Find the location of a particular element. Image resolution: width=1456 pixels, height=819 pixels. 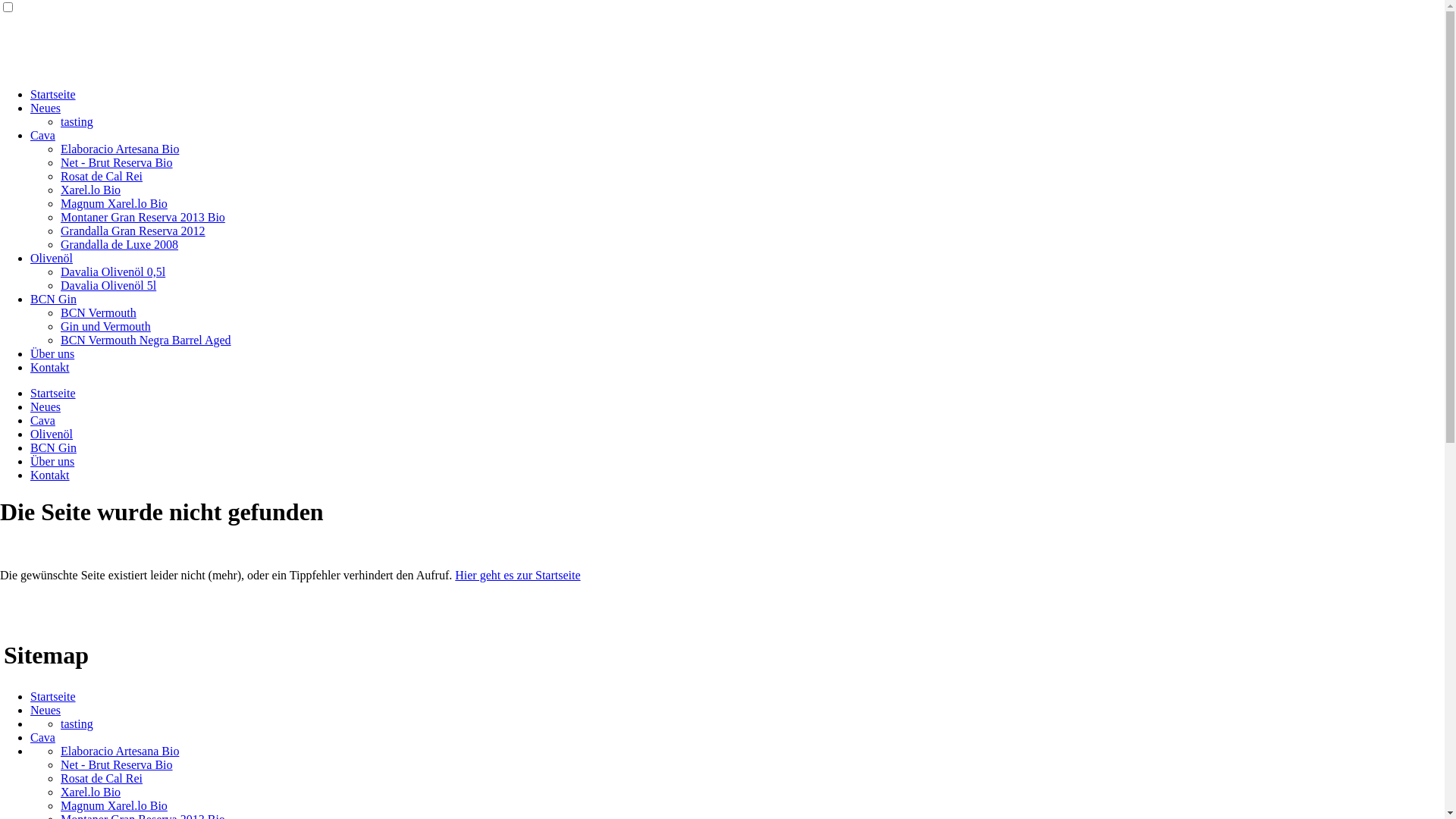

'Rosat de Cal Rei' is located at coordinates (101, 175).